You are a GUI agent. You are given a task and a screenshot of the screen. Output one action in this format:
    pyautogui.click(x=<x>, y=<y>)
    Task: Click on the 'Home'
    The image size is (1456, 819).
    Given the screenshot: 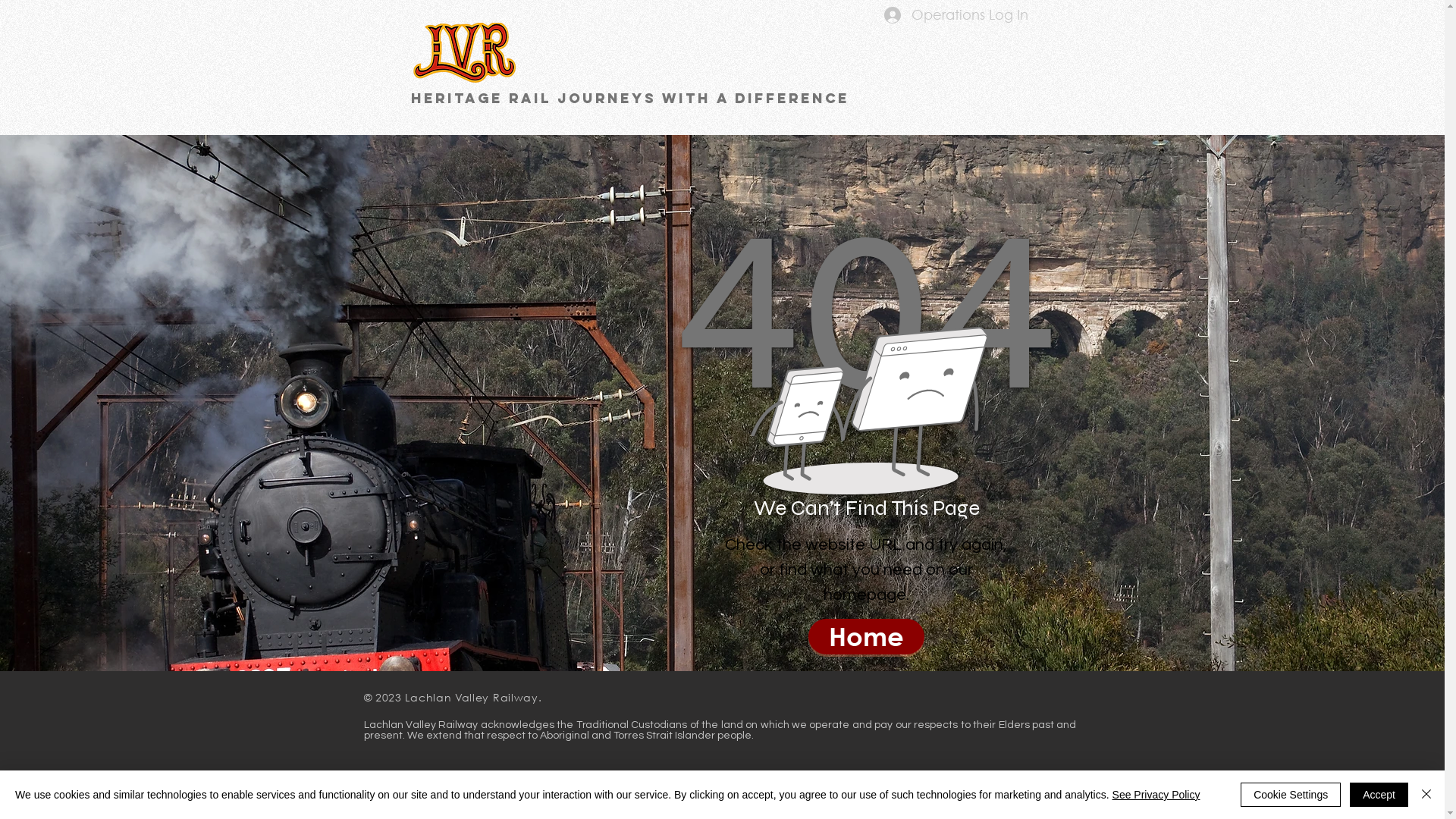 What is the action you would take?
    pyautogui.click(x=866, y=636)
    